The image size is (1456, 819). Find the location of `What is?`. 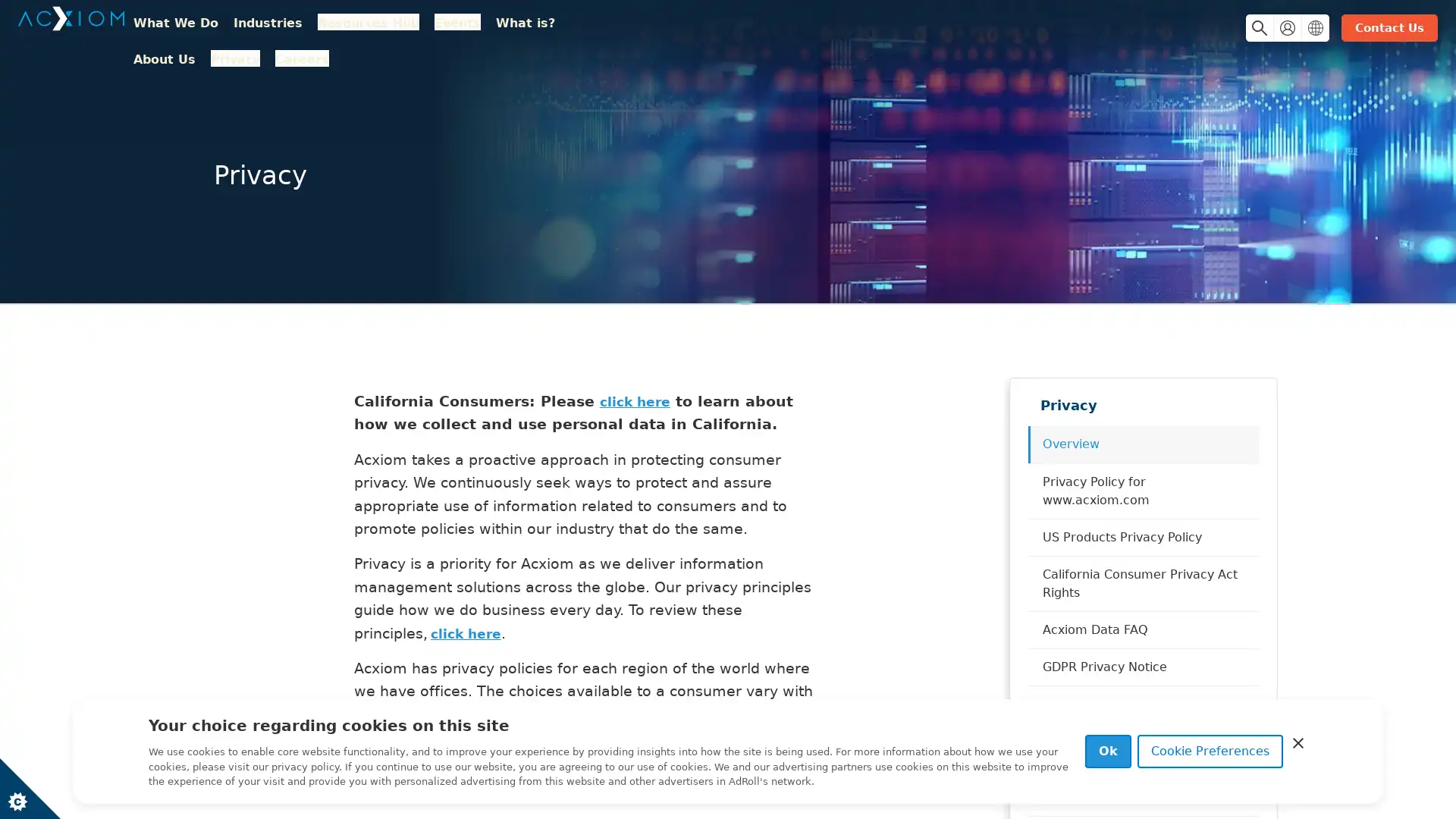

What is? is located at coordinates (546, 31).